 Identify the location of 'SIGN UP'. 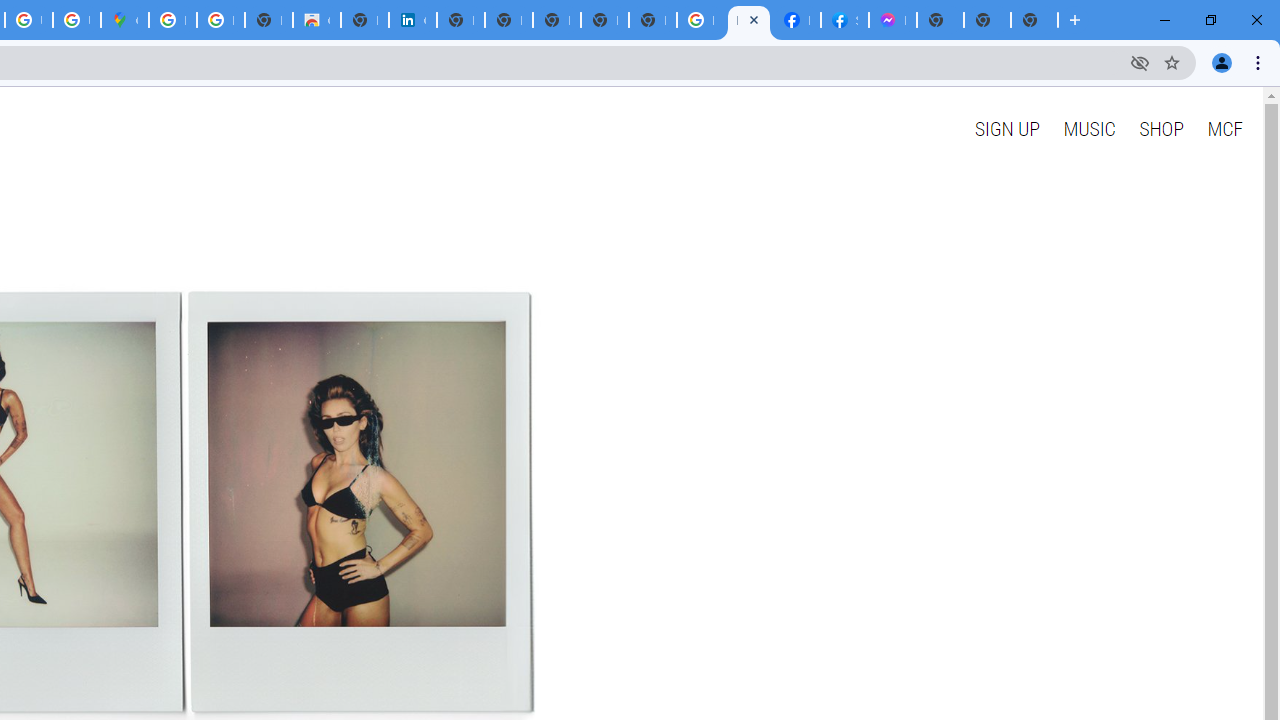
(1006, 128).